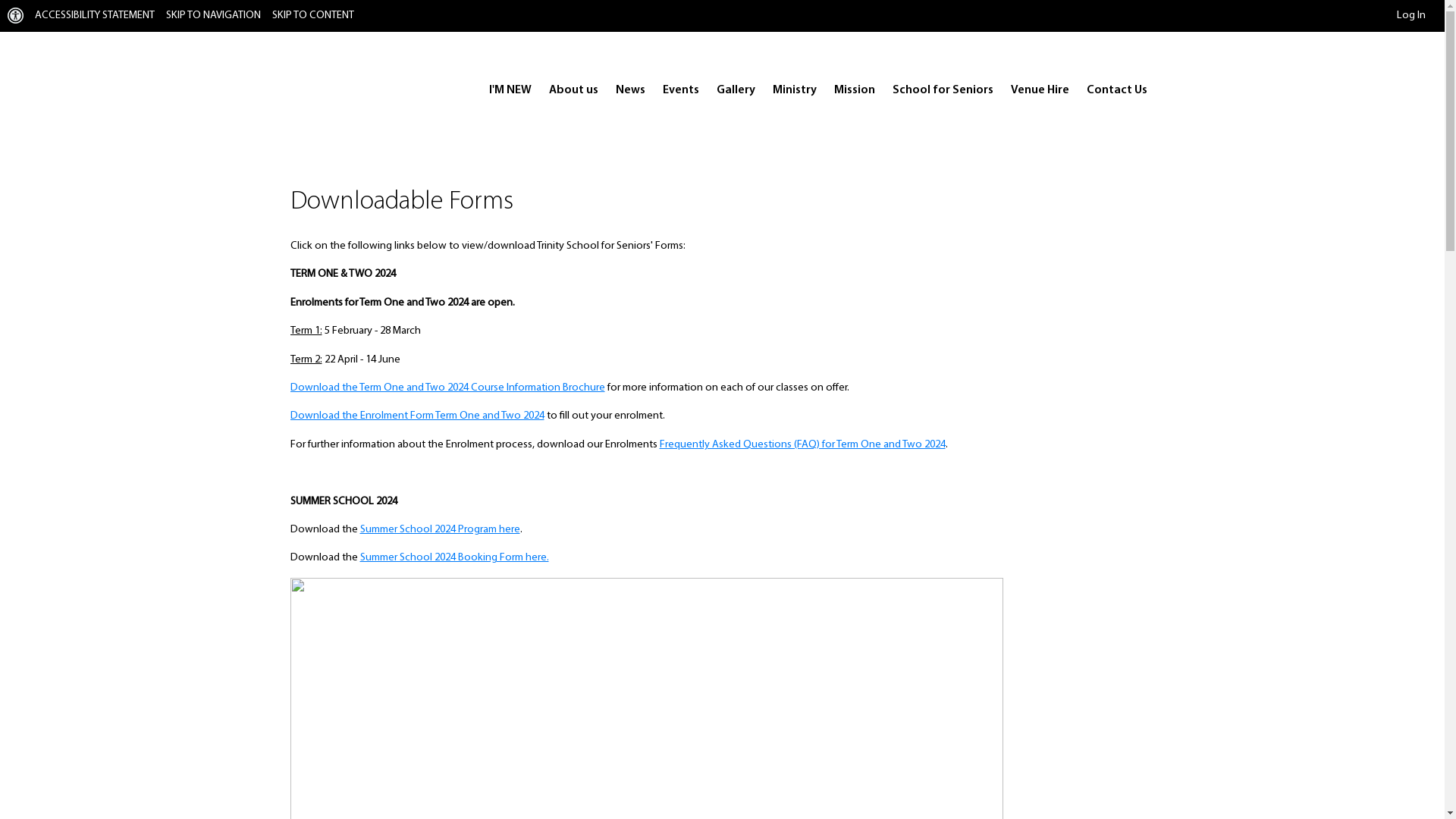 This screenshot has height=819, width=1456. Describe the element at coordinates (93, 15) in the screenshot. I see `'ACCESSIBILITY STATEMENT'` at that location.